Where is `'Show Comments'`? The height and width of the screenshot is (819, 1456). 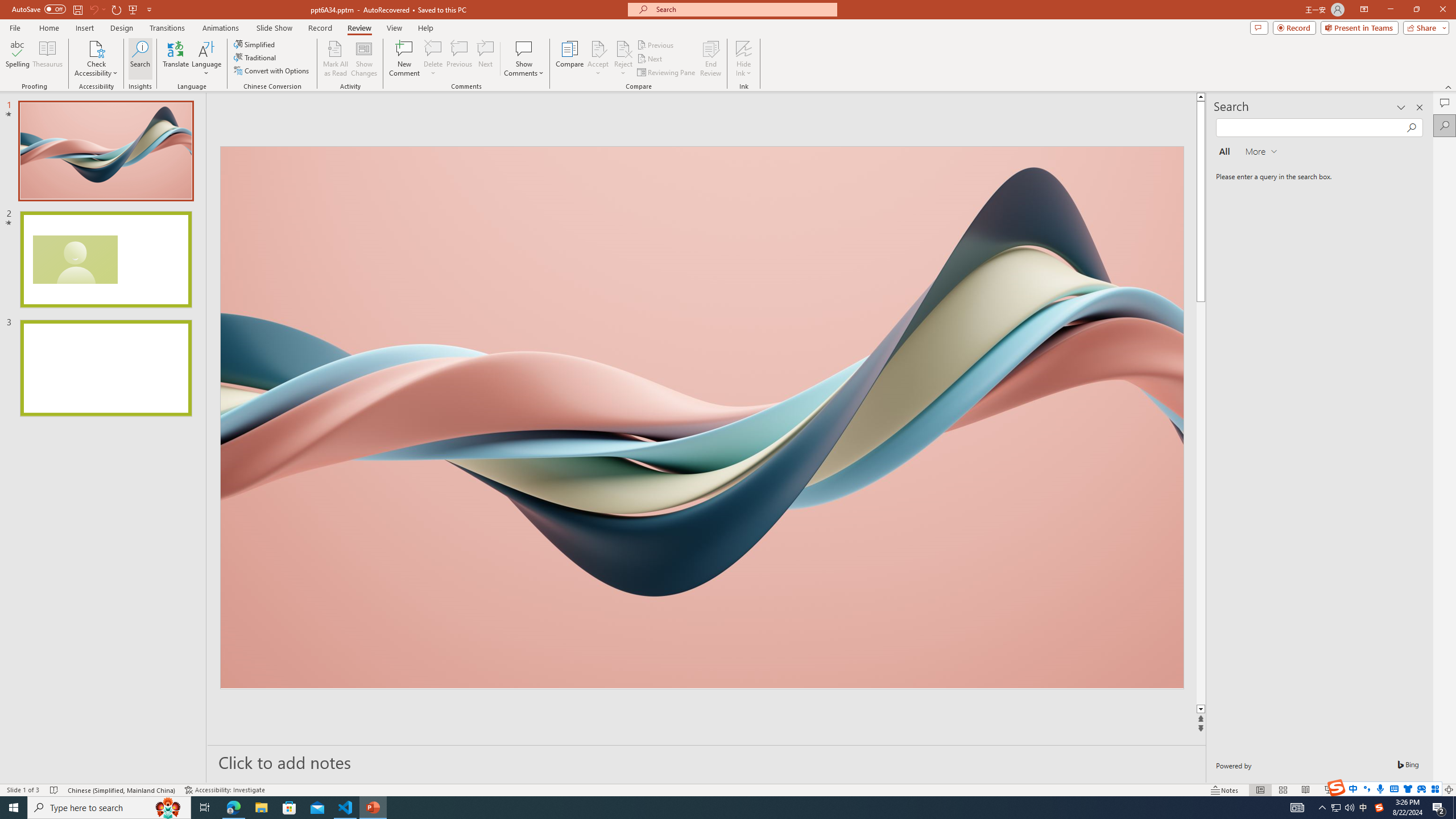 'Show Comments' is located at coordinates (524, 59).